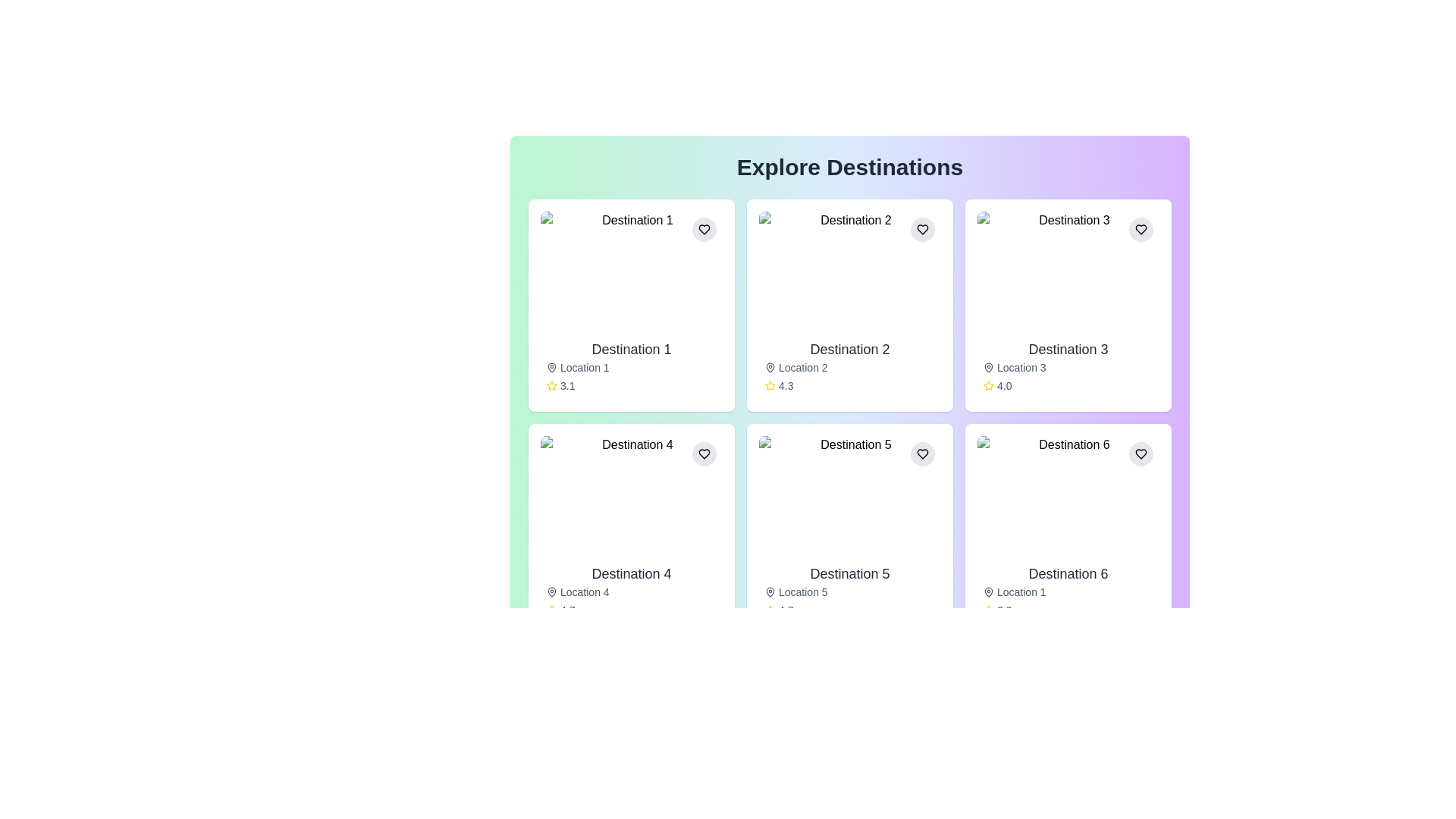  I want to click on the prominent header text displaying 'Explore Destinations' which is styled in bold, large-sized font, located at the top-center of the page, so click(850, 167).